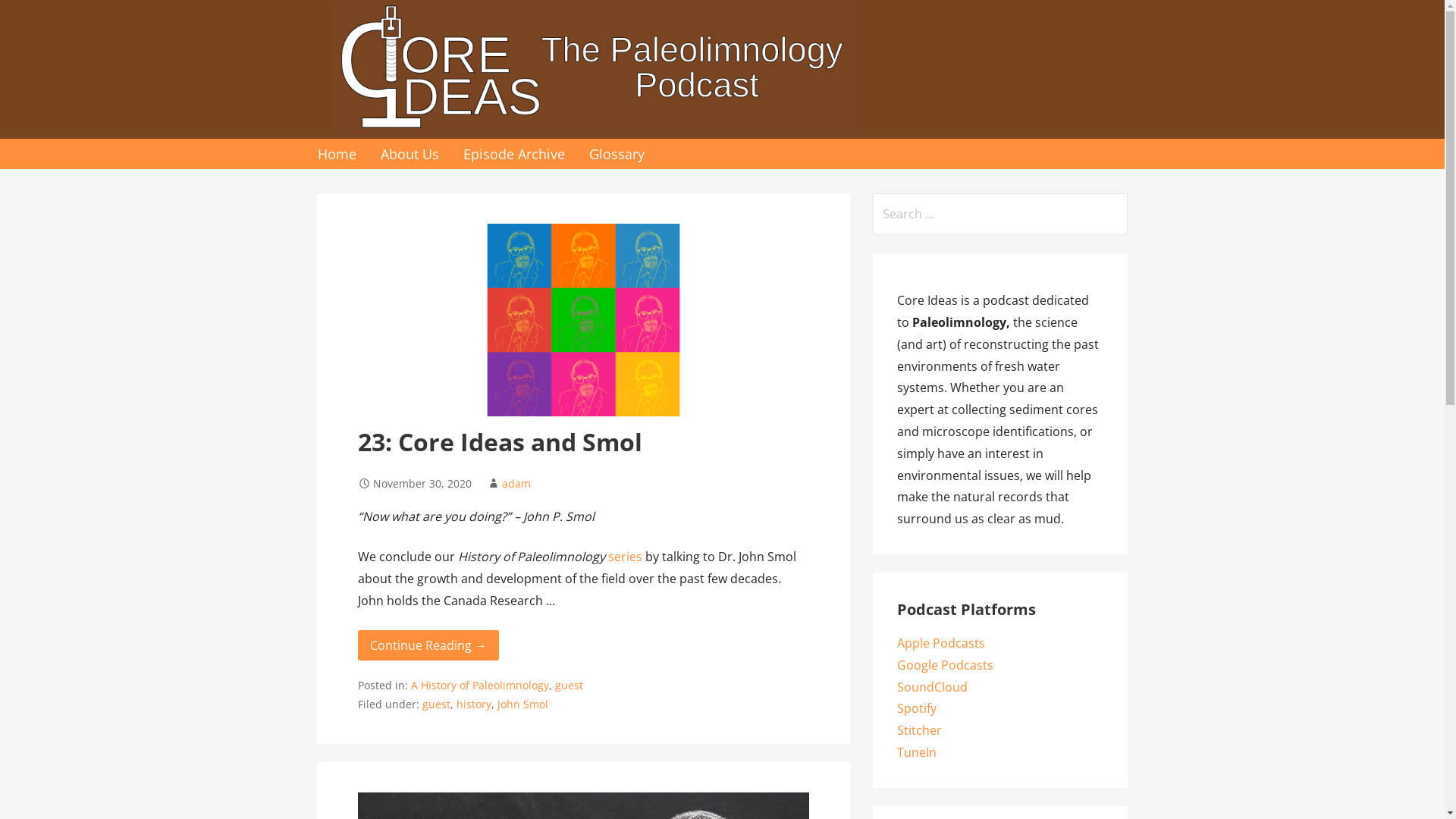  I want to click on 'history', so click(472, 704).